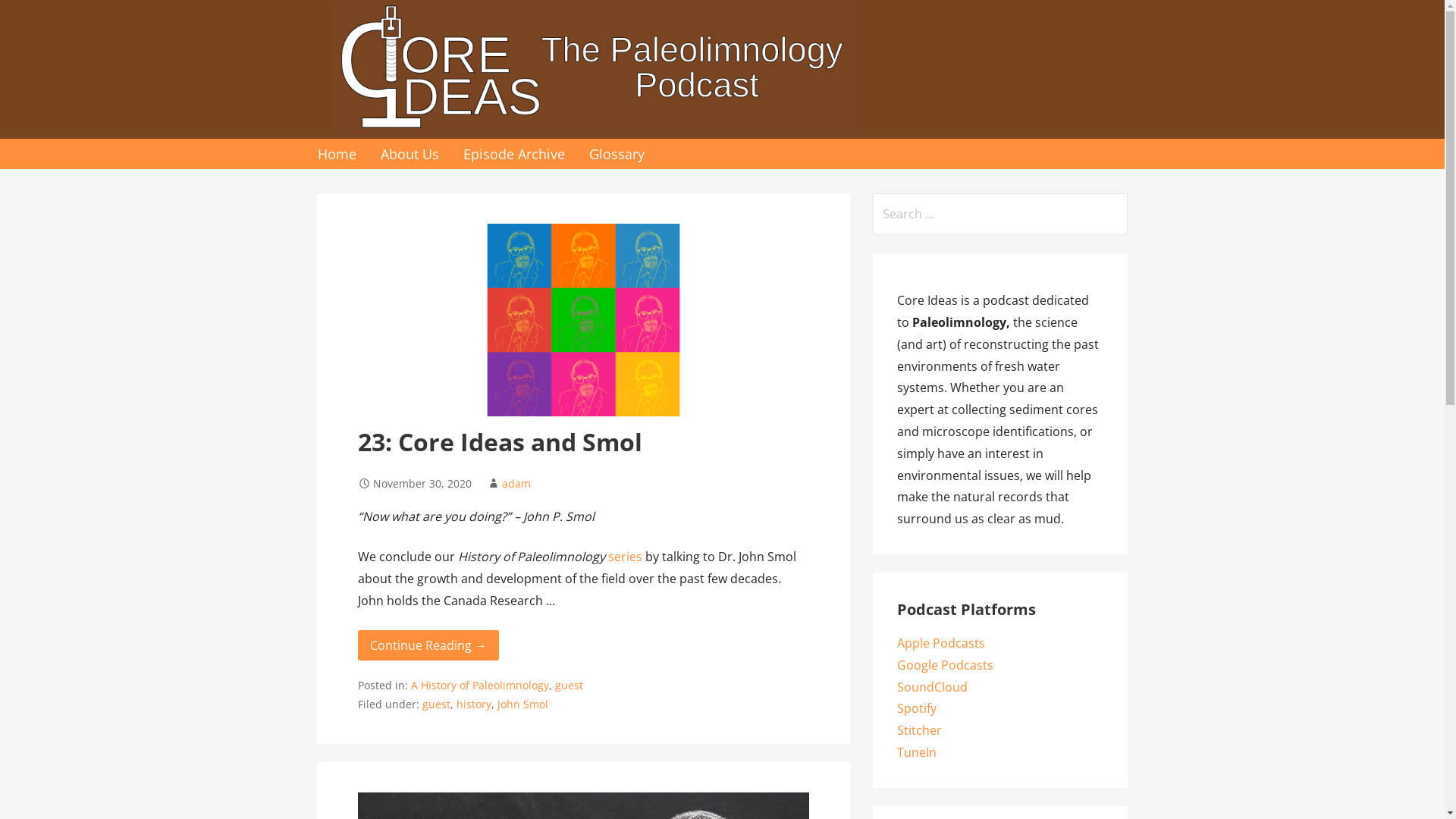  I want to click on 'history', so click(472, 704).